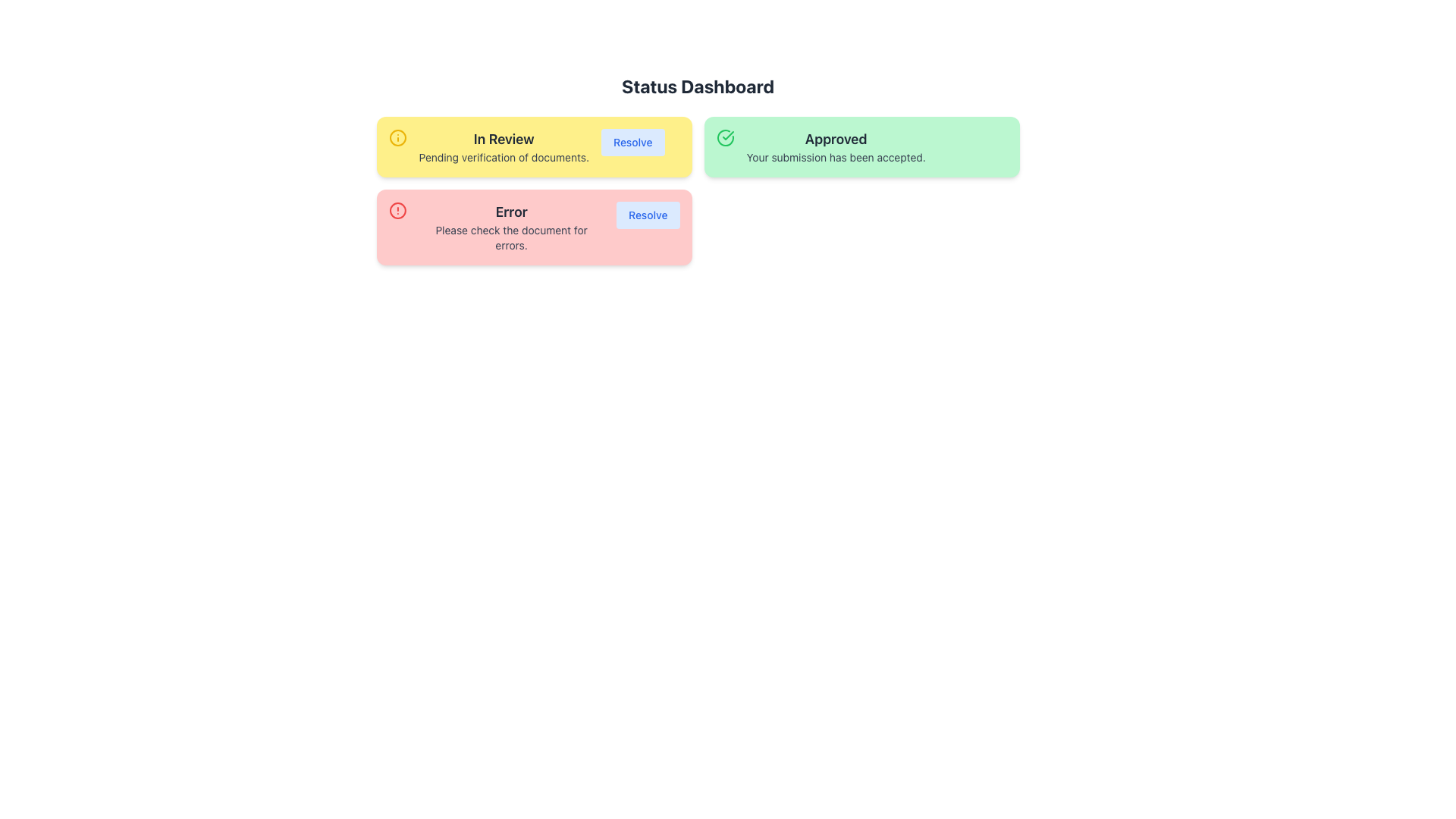 Image resolution: width=1456 pixels, height=819 pixels. What do you see at coordinates (728, 134) in the screenshot?
I see `the green checkmark icon located in the top-left corner of the 'Approved' status card, which is a thin, green-colored checkmark inside a larger green circular outline` at bounding box center [728, 134].